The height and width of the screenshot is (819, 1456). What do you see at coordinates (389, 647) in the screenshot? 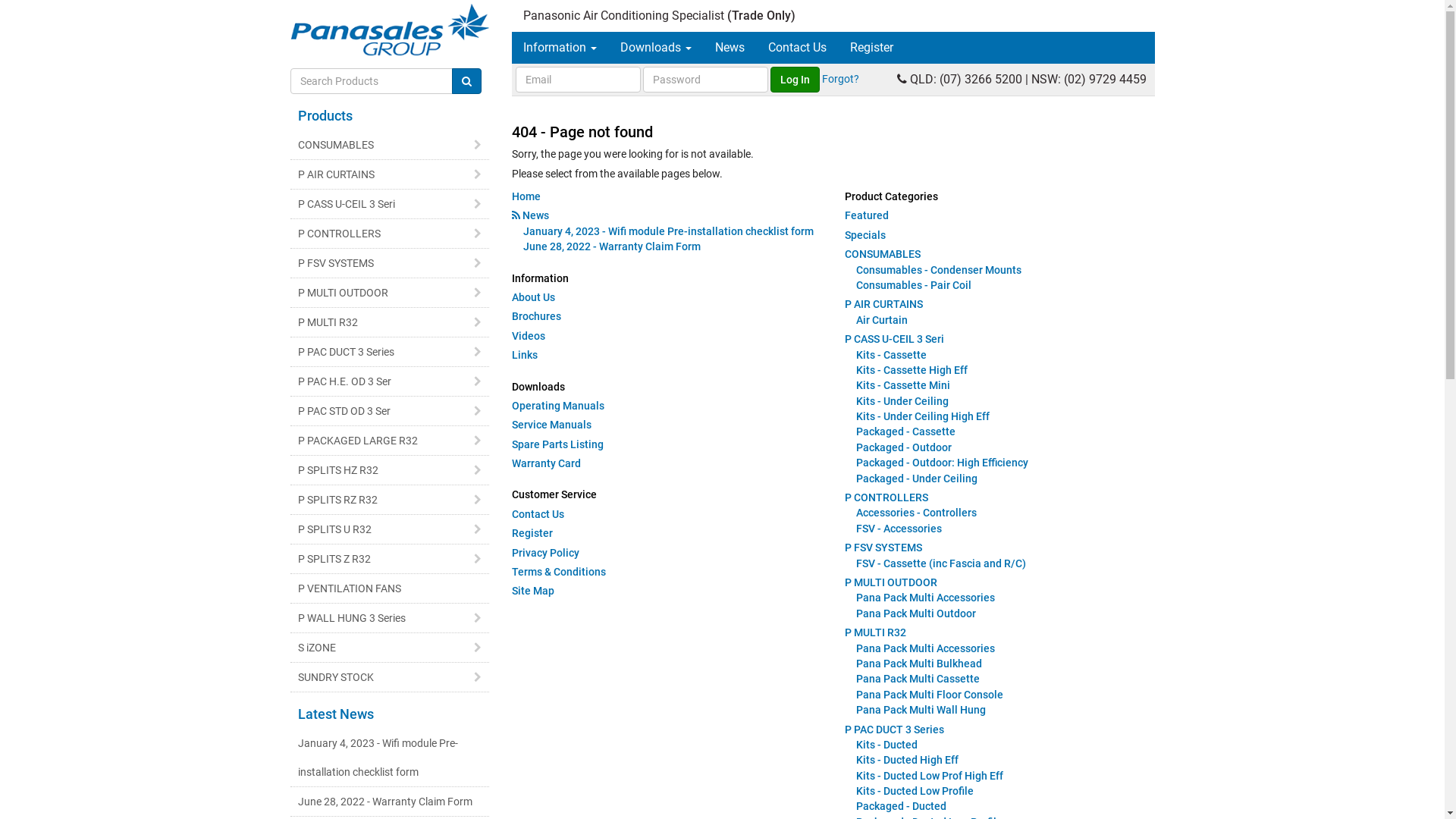
I see `'S iZONE'` at bounding box center [389, 647].